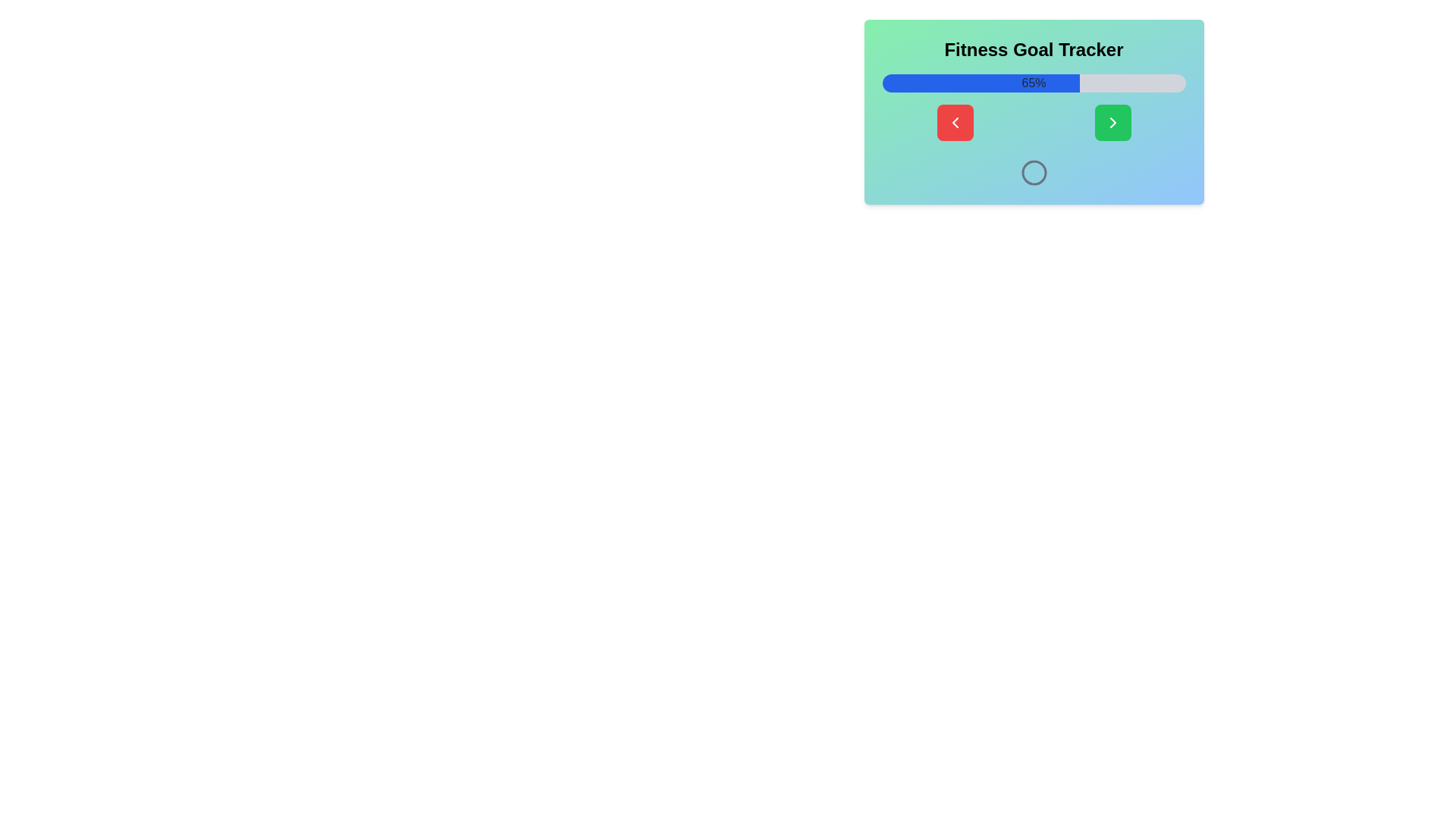 The height and width of the screenshot is (819, 1456). Describe the element at coordinates (1112, 122) in the screenshot. I see `the navigational button located on the right side of the layout` at that location.